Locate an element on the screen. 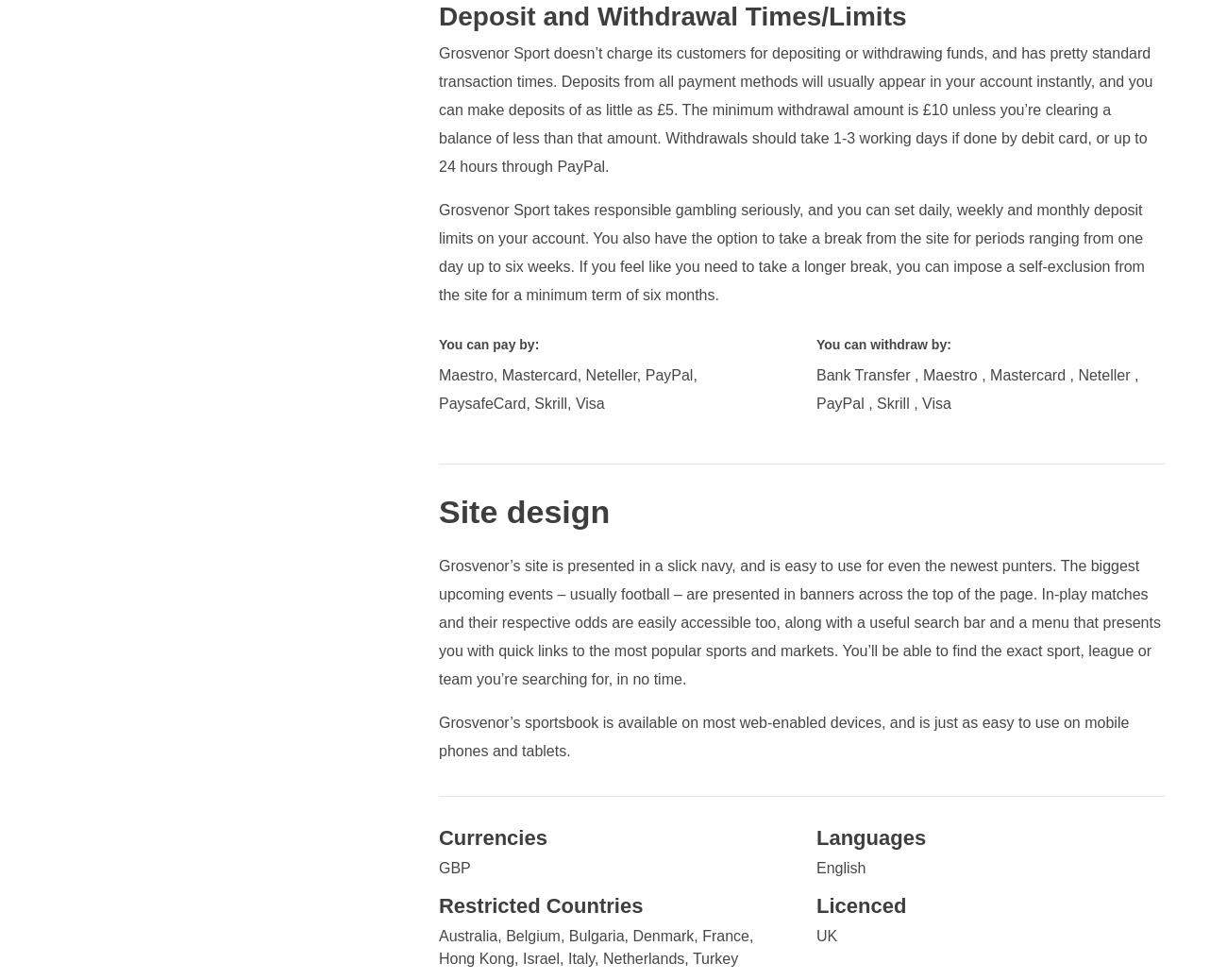 The width and height of the screenshot is (1227, 980). 'Grosvenor Sport doesn’t charge its customers for depositing or withdrawing funds, and has pretty standard transaction times. Deposits from all payment methods will usually appear in your account instantly, and you can make deposits of as little as £5. The minimum withdrawal amount is £10 unless you’re clearing a balance of less than that amount. Withdrawals should take 1-3 working days if done by debit card, or up to 24 hours through PayPal.' is located at coordinates (436, 109).